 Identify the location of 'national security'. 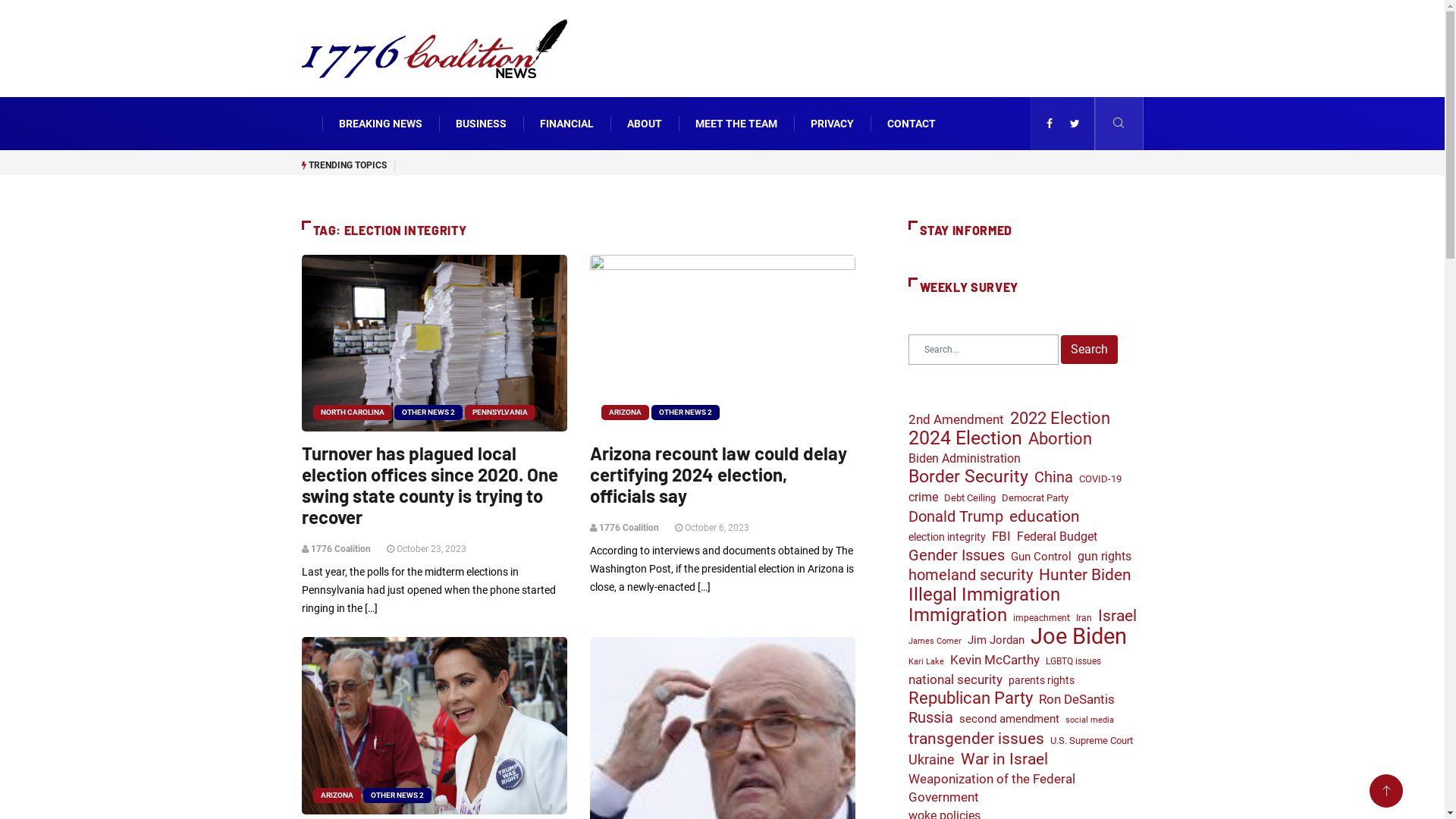
(954, 679).